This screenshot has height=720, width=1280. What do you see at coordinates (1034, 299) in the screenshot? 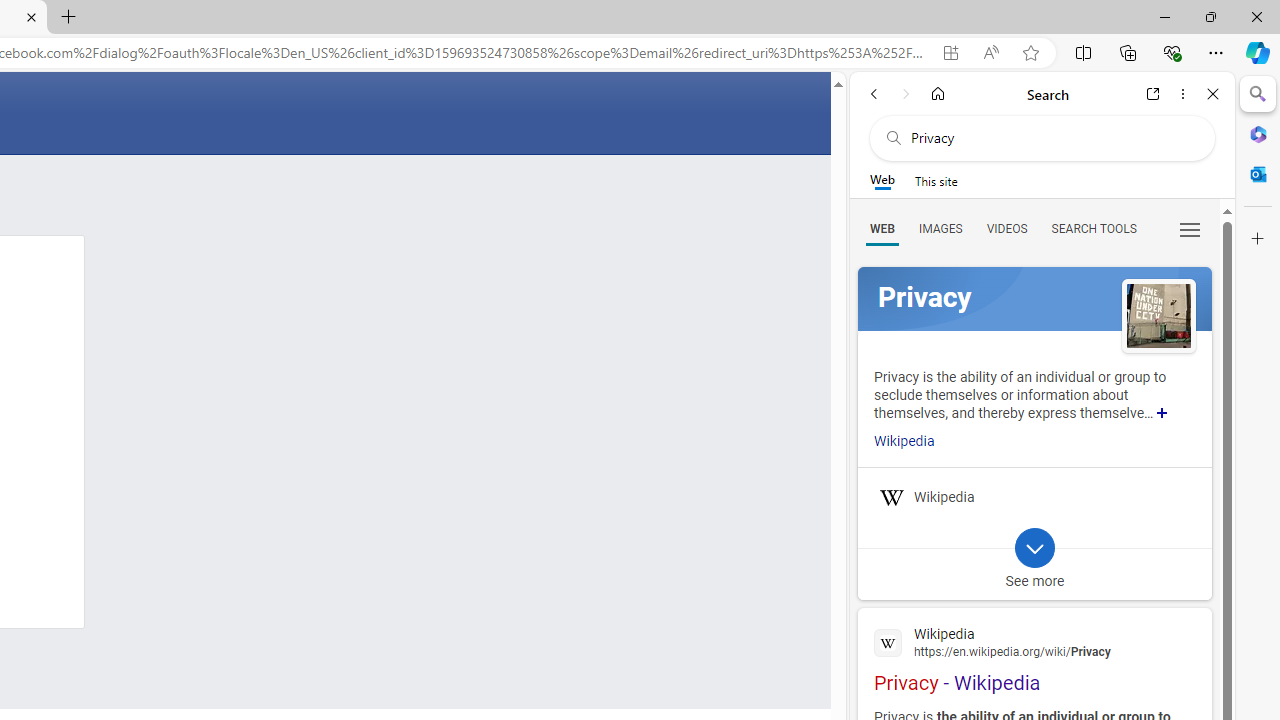
I see `'Class: spl_logobg'` at bounding box center [1034, 299].